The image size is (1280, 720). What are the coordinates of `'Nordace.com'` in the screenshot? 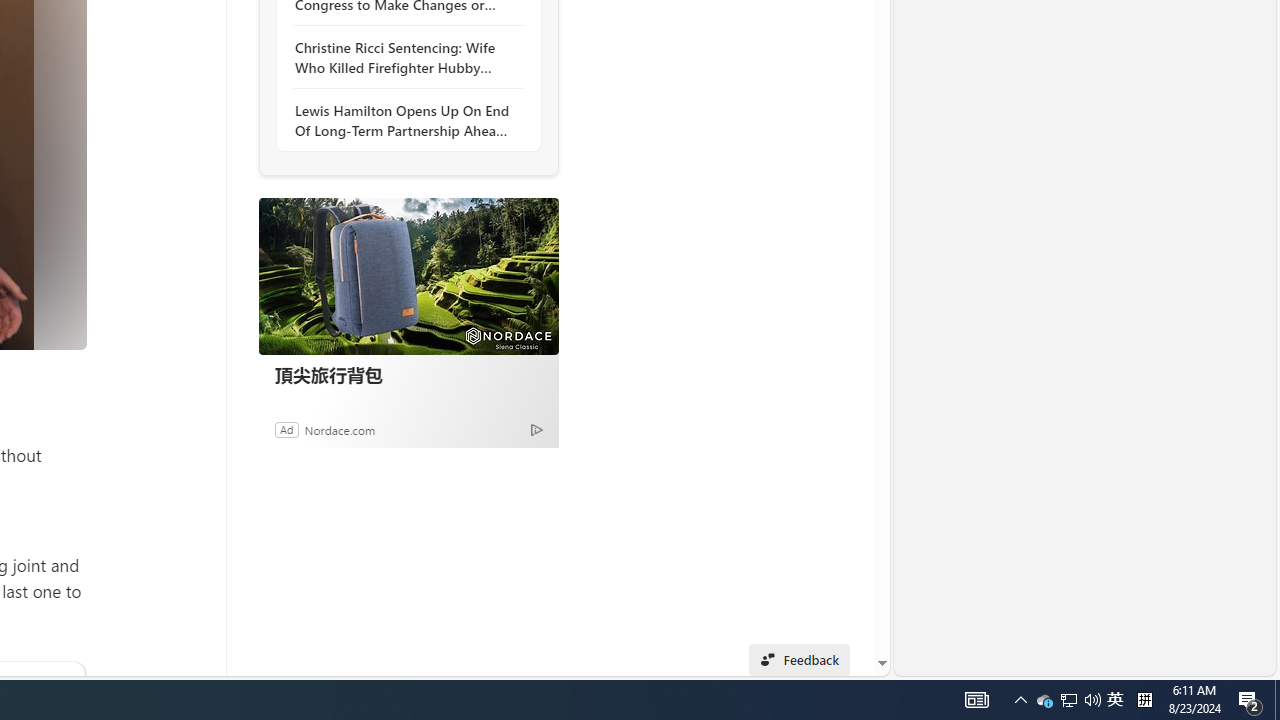 It's located at (339, 428).